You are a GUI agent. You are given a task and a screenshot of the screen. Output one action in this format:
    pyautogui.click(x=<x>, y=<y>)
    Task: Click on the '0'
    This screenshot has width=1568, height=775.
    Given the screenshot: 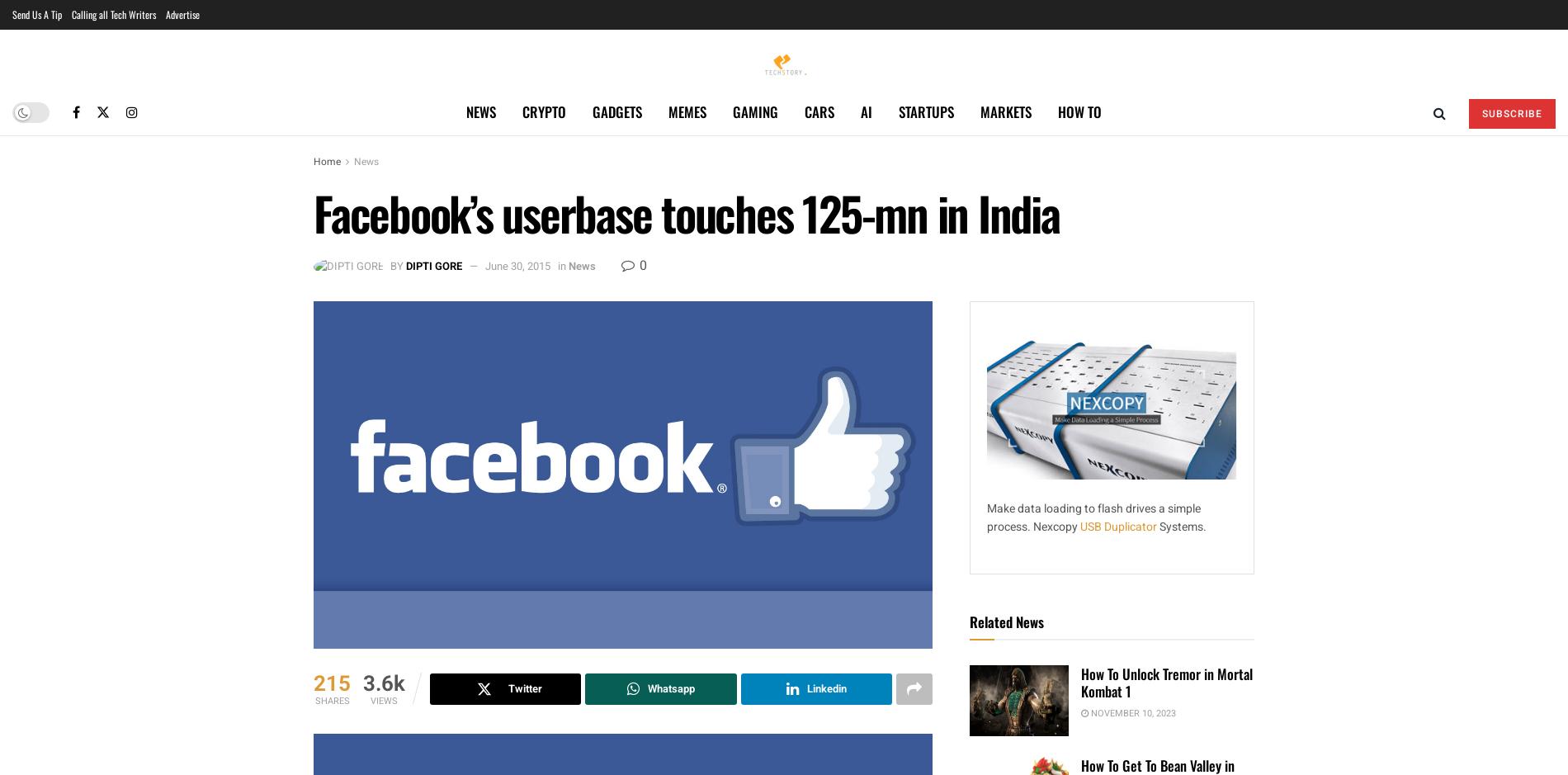 What is the action you would take?
    pyautogui.click(x=635, y=265)
    